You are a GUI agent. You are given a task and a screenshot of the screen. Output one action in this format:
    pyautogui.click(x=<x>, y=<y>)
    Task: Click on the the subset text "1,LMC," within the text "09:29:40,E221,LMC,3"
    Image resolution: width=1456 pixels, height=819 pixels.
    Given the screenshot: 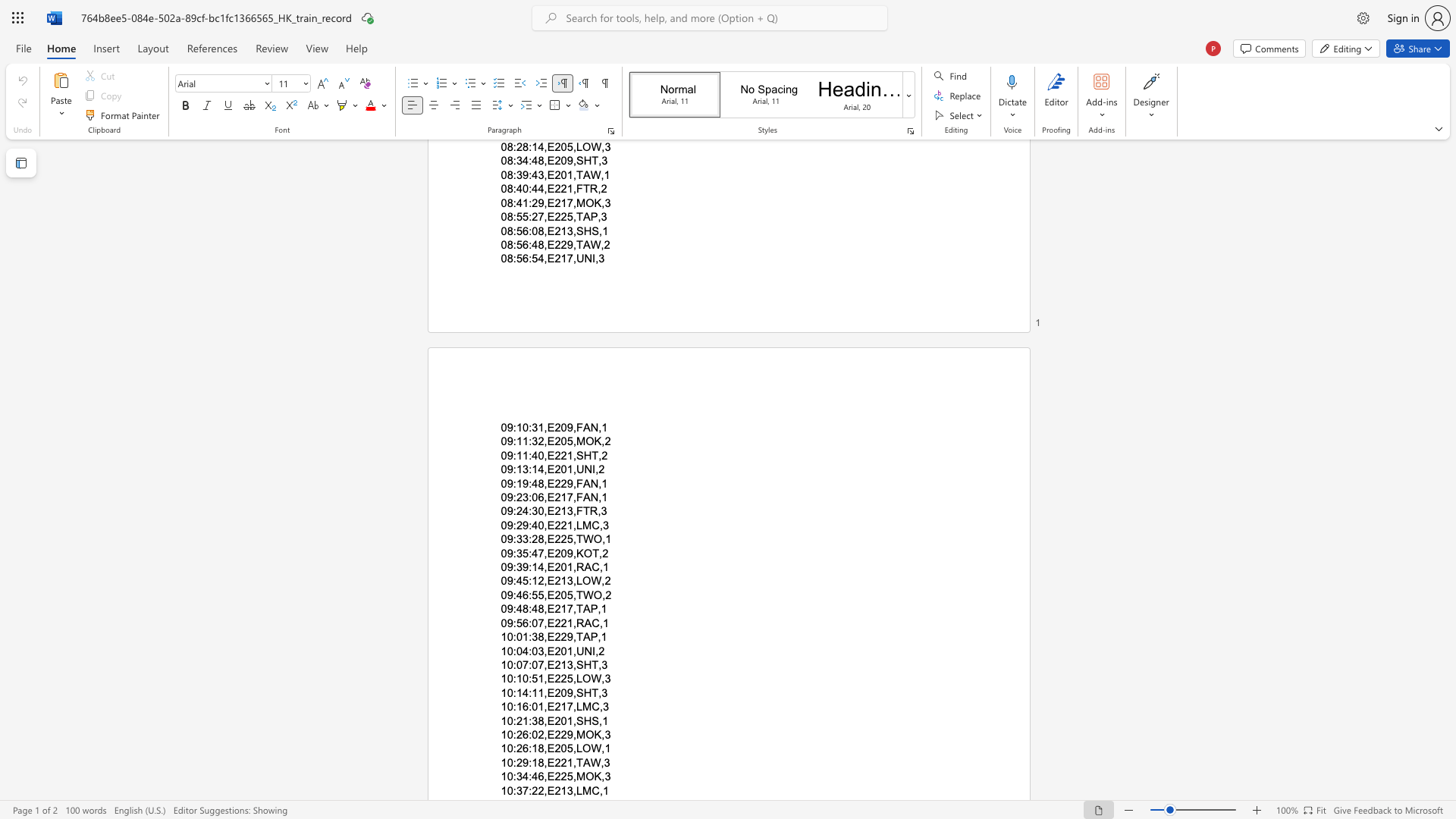 What is the action you would take?
    pyautogui.click(x=566, y=524)
    